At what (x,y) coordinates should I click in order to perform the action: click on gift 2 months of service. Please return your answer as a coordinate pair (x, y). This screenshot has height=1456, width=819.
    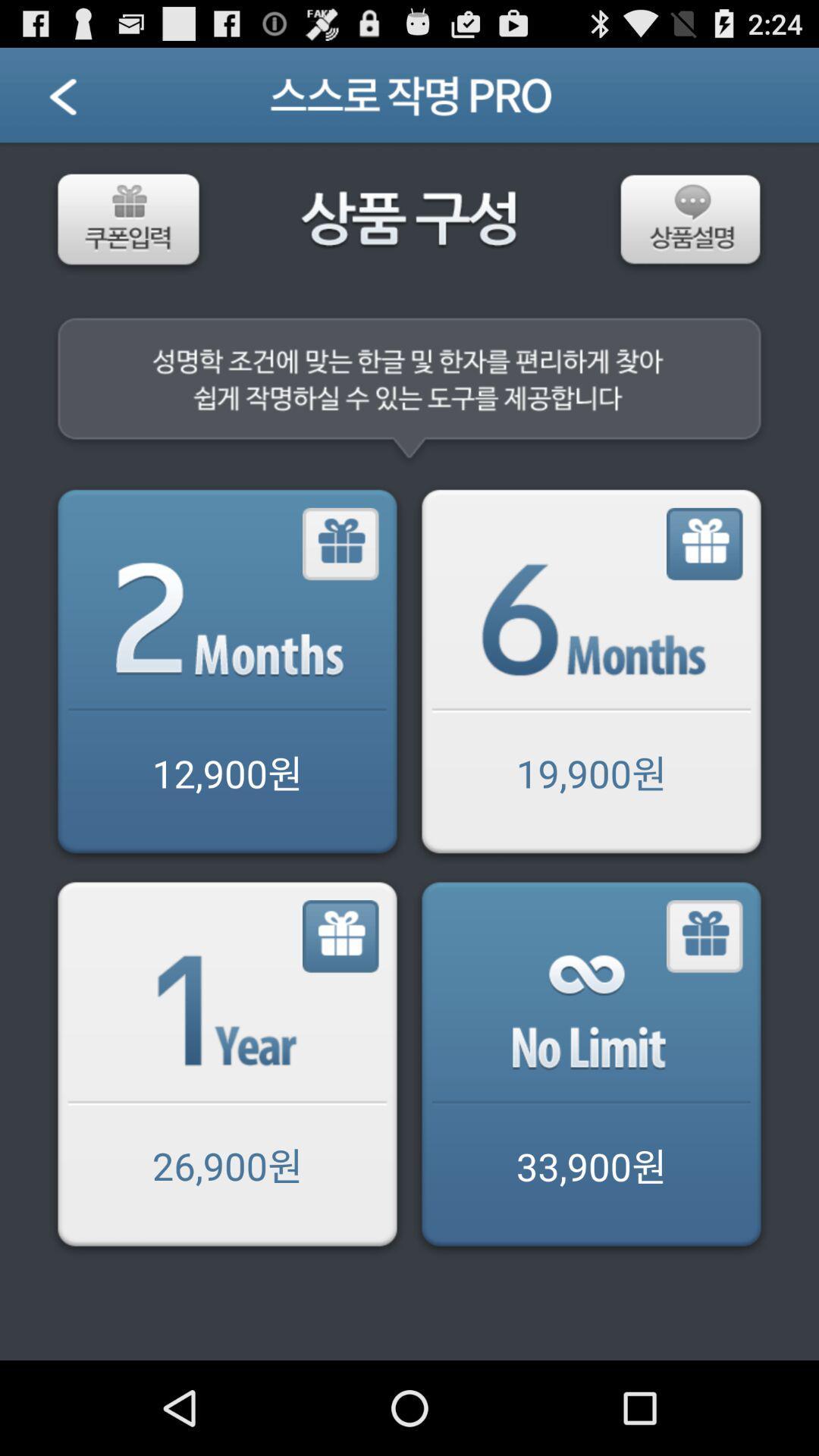
    Looking at the image, I should click on (341, 544).